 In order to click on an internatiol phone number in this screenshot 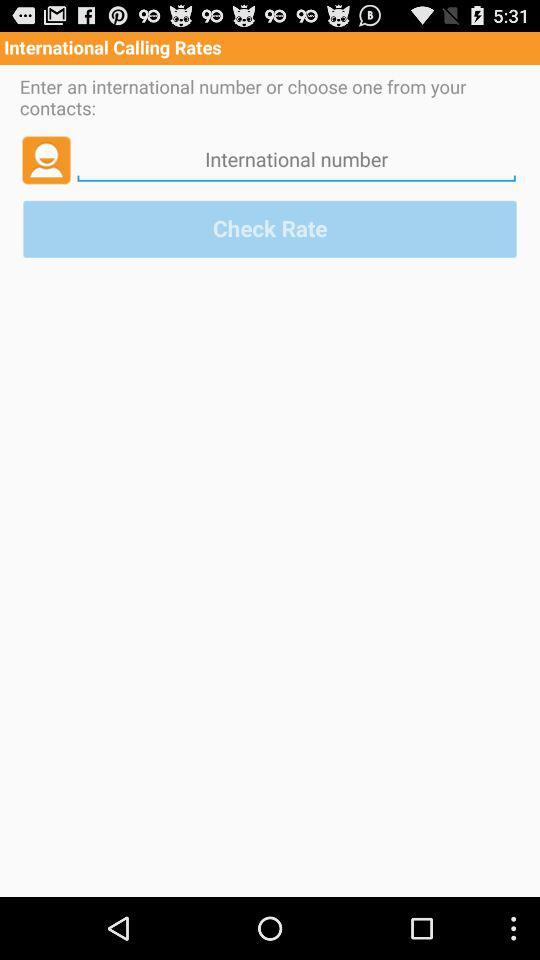, I will do `click(295, 158)`.